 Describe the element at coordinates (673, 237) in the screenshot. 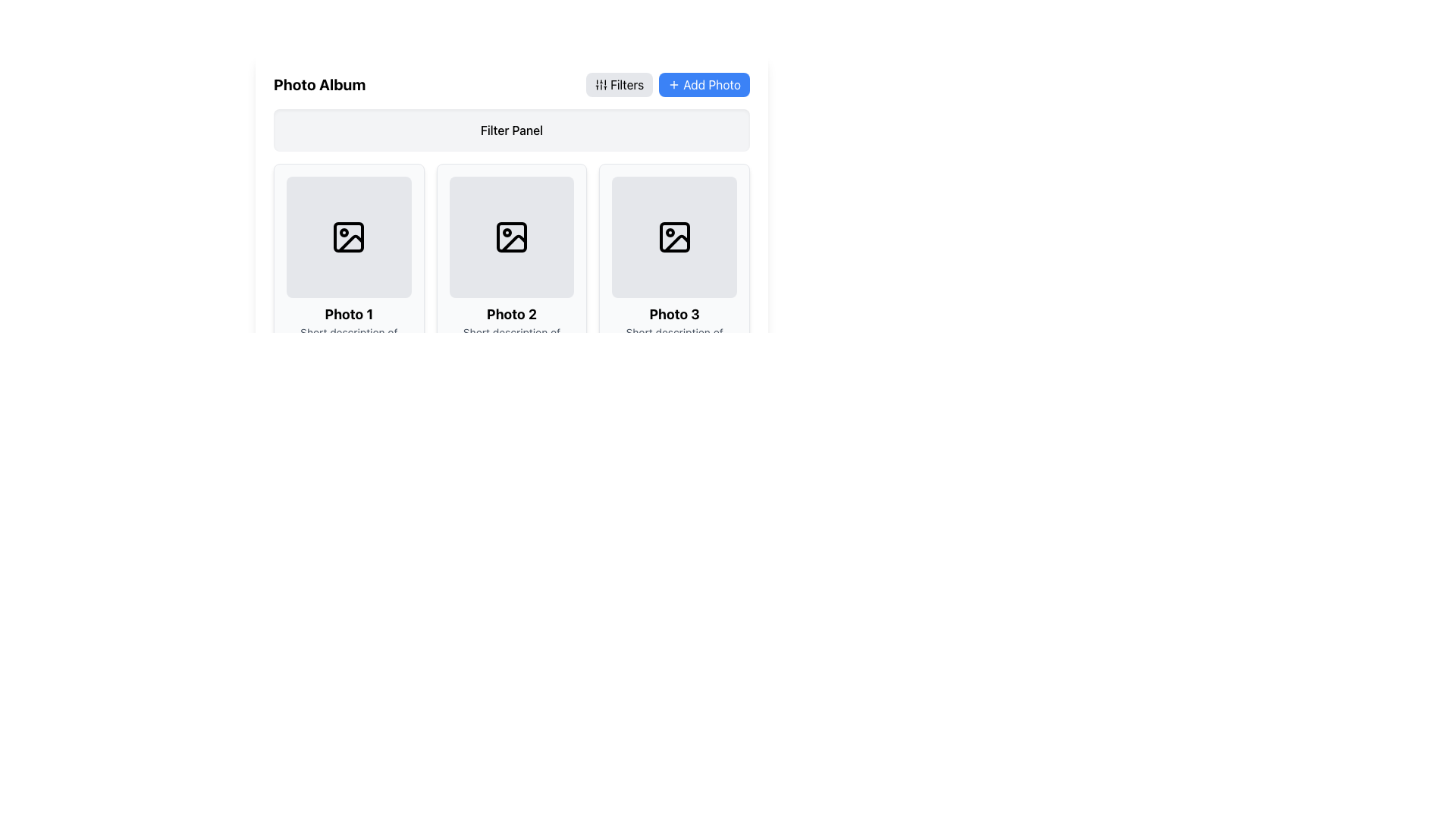

I see `the square-shaped icon resembling an image placeholder, which is part of the 'Filter Panel' under 'Photo 3' and contains a circular dot and a diagonal line` at that location.